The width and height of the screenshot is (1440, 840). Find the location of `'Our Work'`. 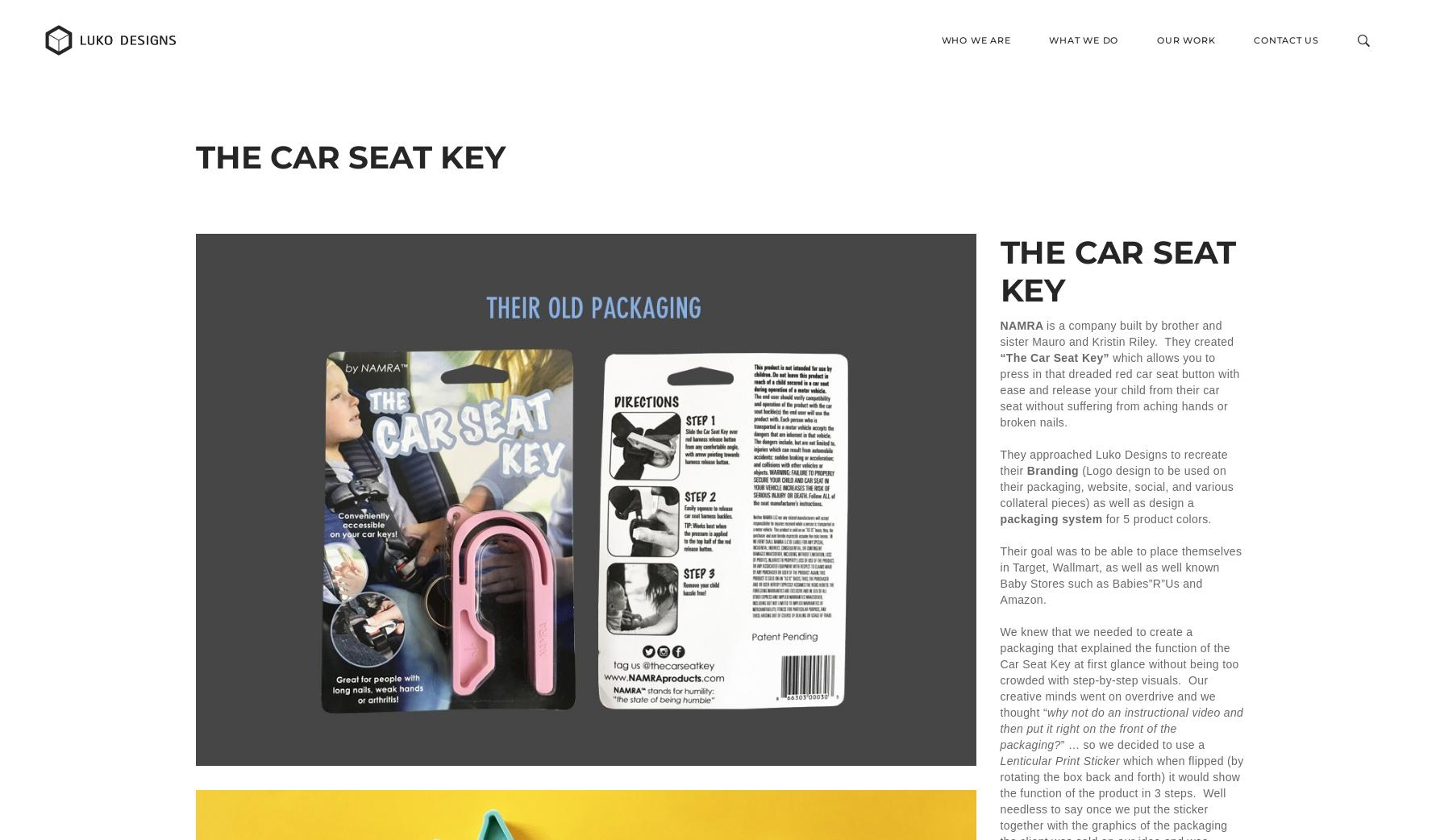

'Our Work' is located at coordinates (1184, 40).